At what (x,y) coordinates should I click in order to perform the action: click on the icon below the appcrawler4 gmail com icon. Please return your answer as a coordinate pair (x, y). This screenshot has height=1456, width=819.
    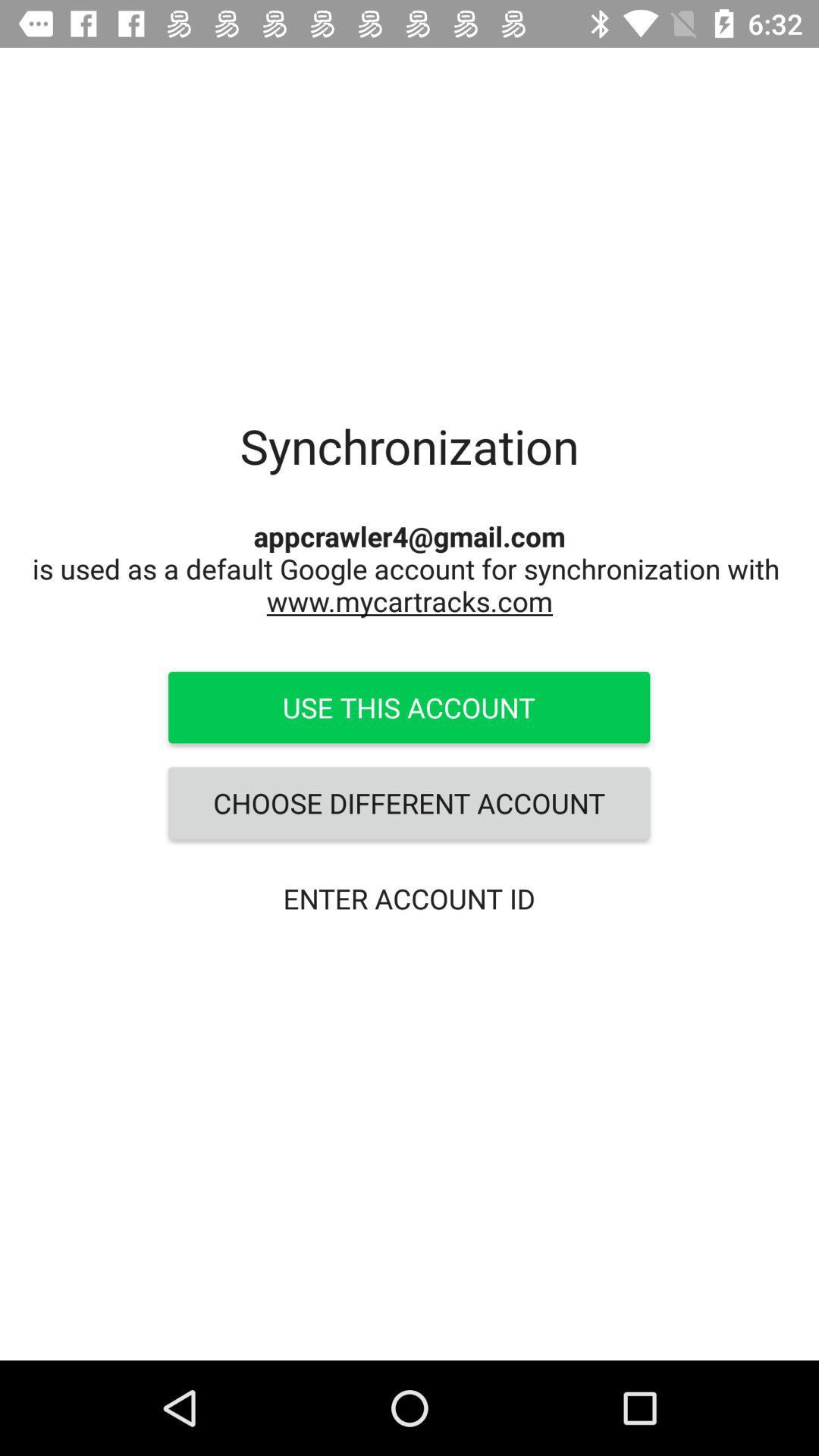
    Looking at the image, I should click on (408, 706).